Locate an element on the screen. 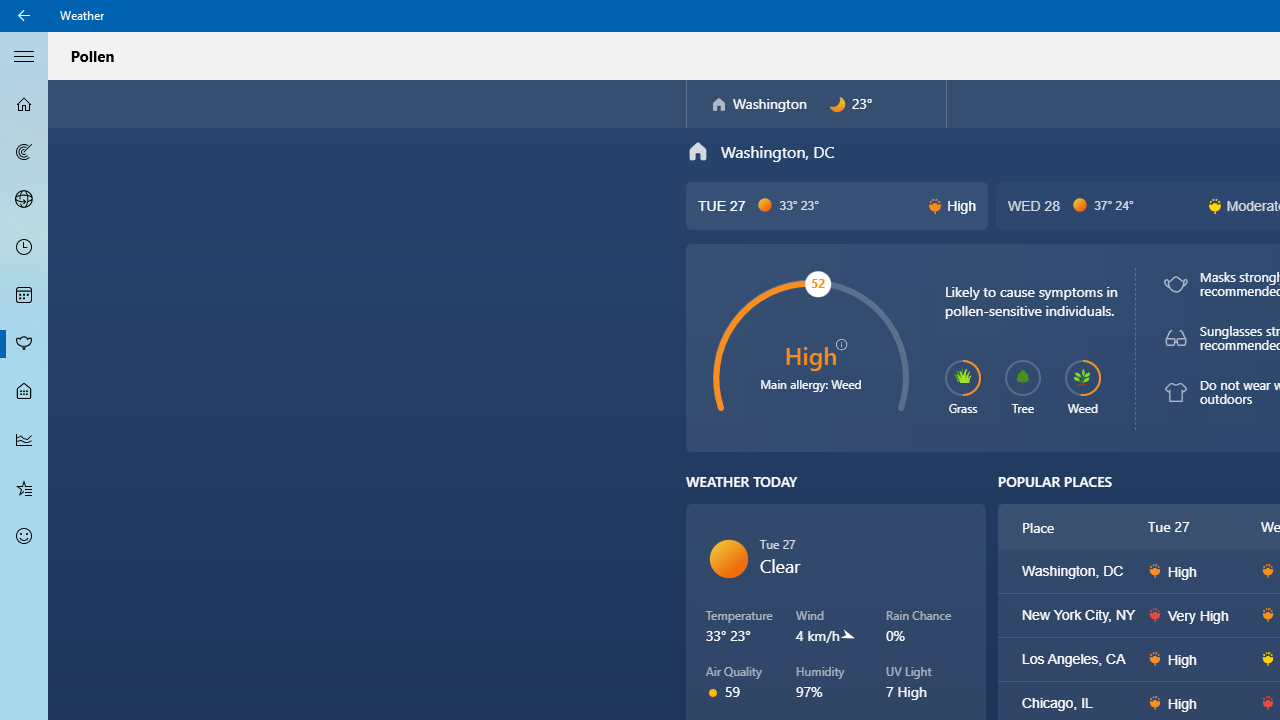 Image resolution: width=1280 pixels, height=720 pixels. 'Hourly Forecast - Not Selected' is located at coordinates (24, 247).